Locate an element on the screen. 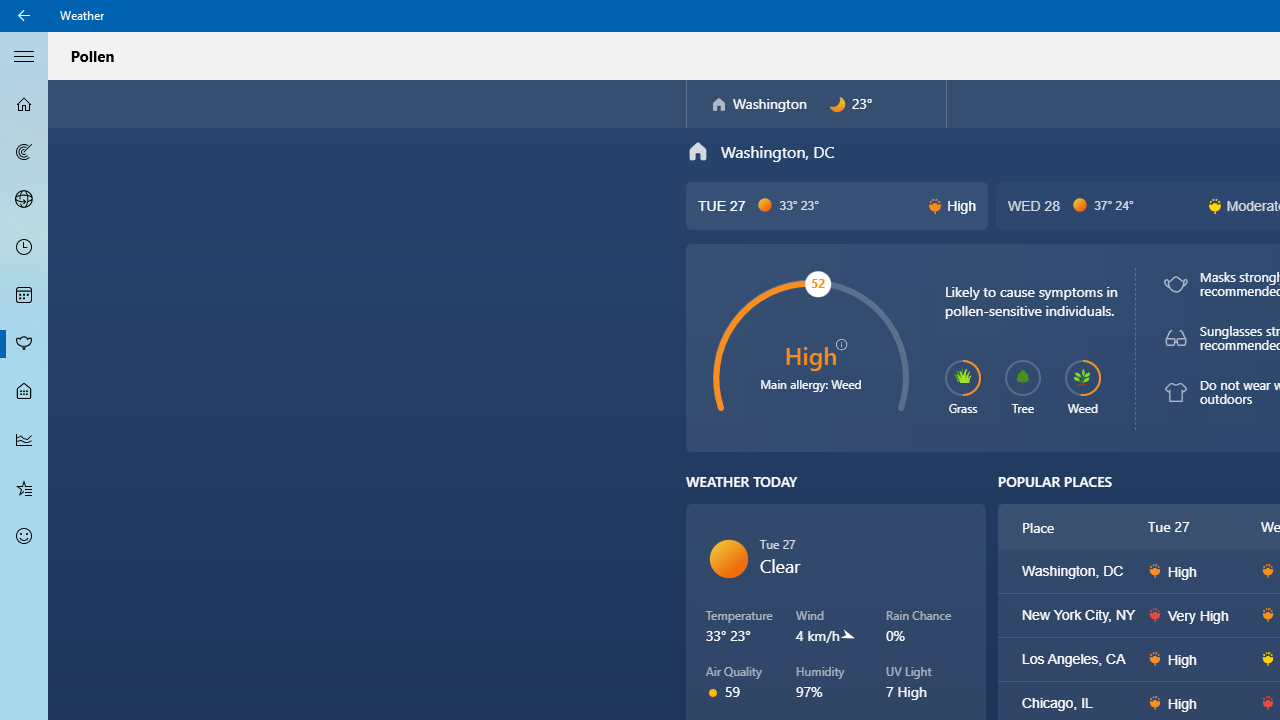 Image resolution: width=1280 pixels, height=720 pixels. 'Hourly Forecast - Not Selected' is located at coordinates (24, 247).